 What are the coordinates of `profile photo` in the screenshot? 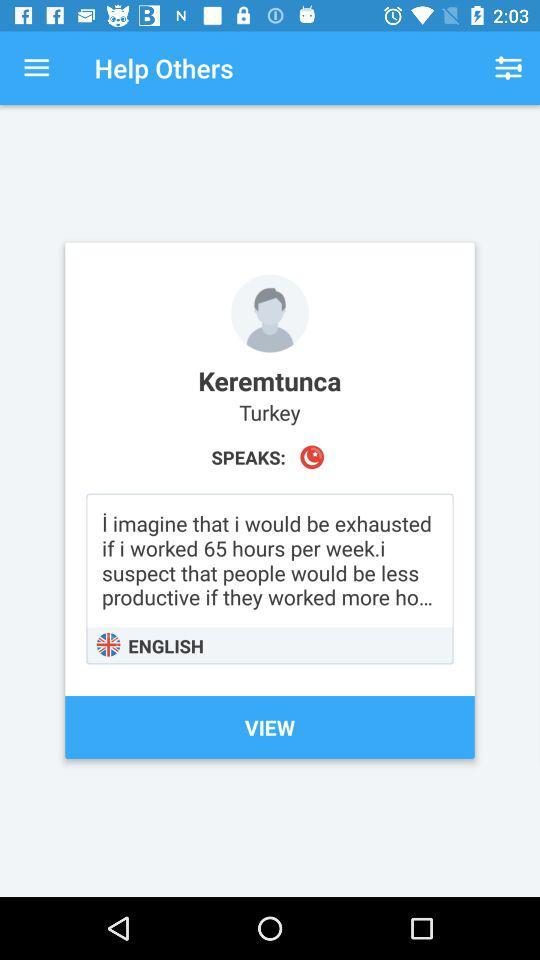 It's located at (270, 313).